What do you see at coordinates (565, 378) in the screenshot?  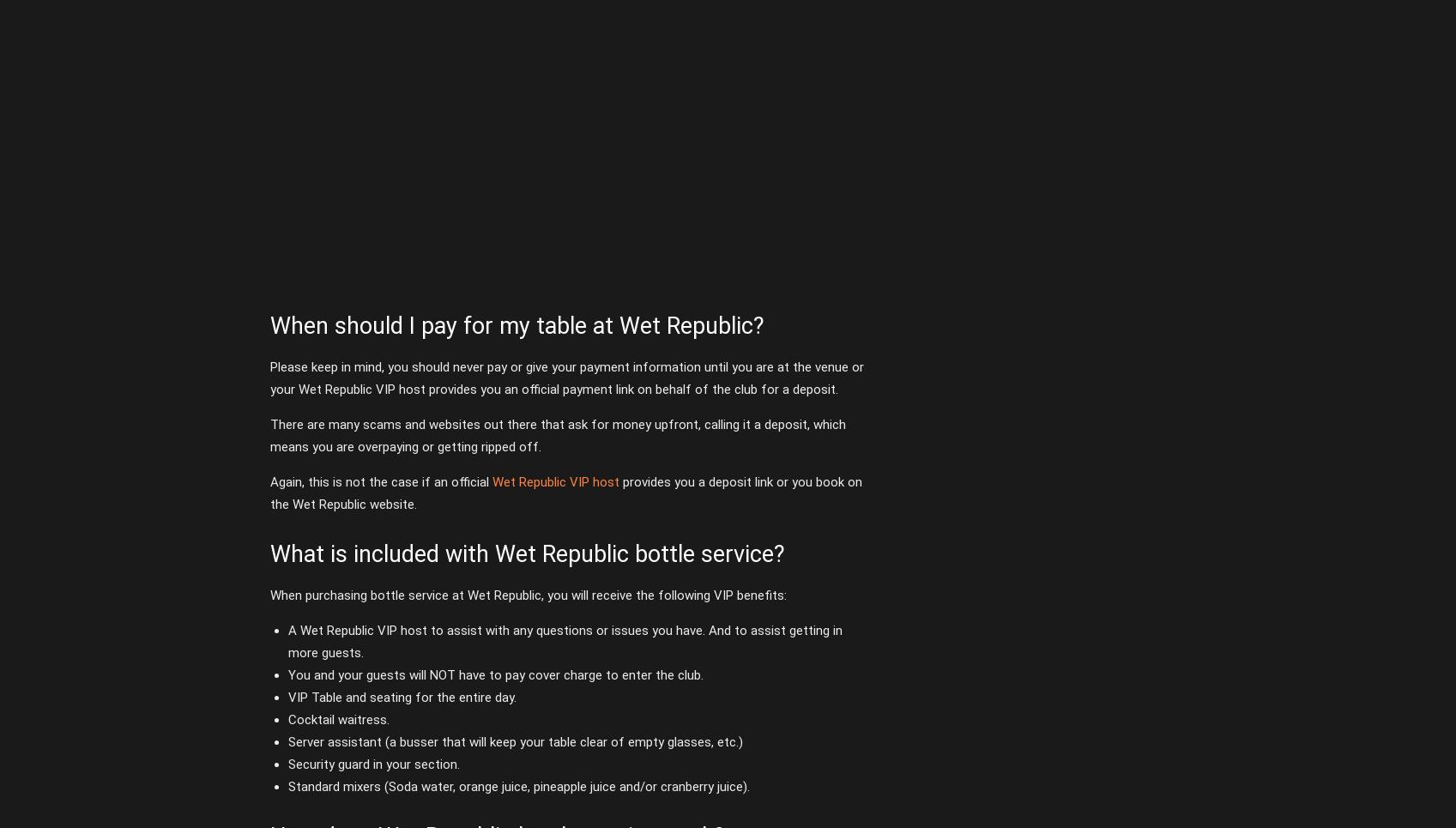 I see `'Please keep in mind, you should never pay or give your payment information until you are at the venue or your Wet Republic VIP host provides you an official payment link on behalf of the club for a deposit.'` at bounding box center [565, 378].